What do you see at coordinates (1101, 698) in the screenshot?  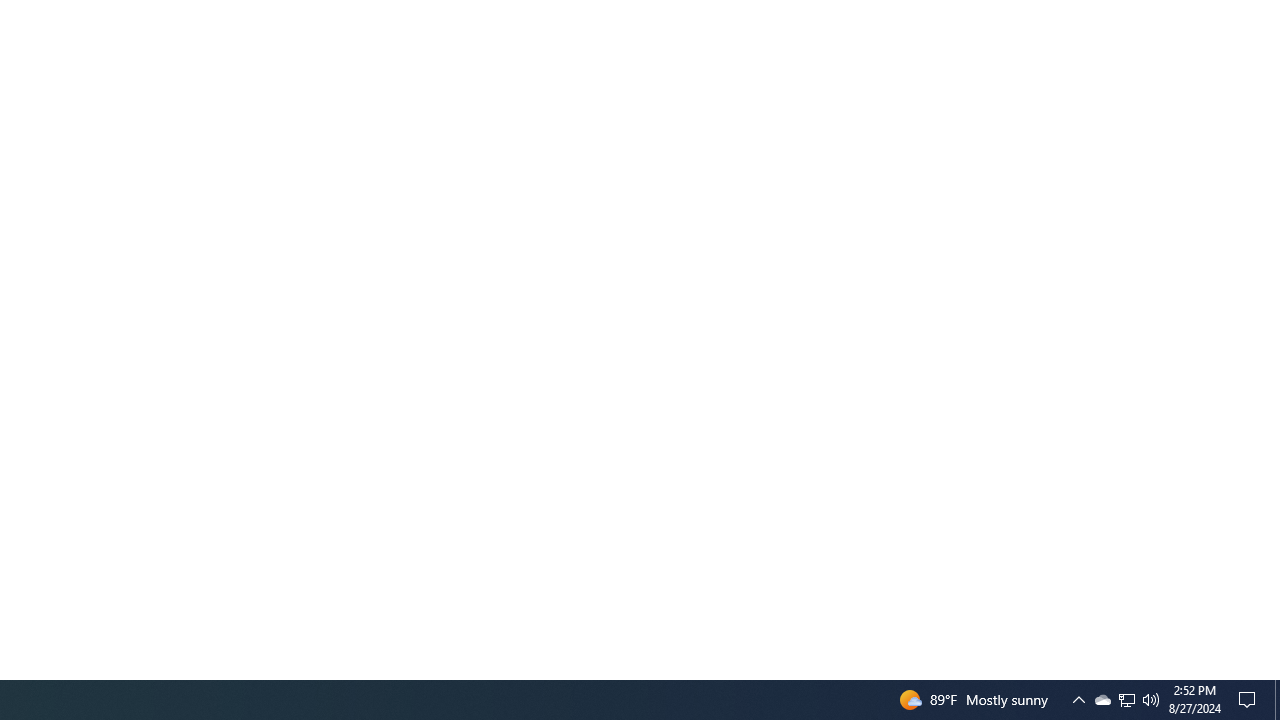 I see `'Q2790: 100%'` at bounding box center [1101, 698].